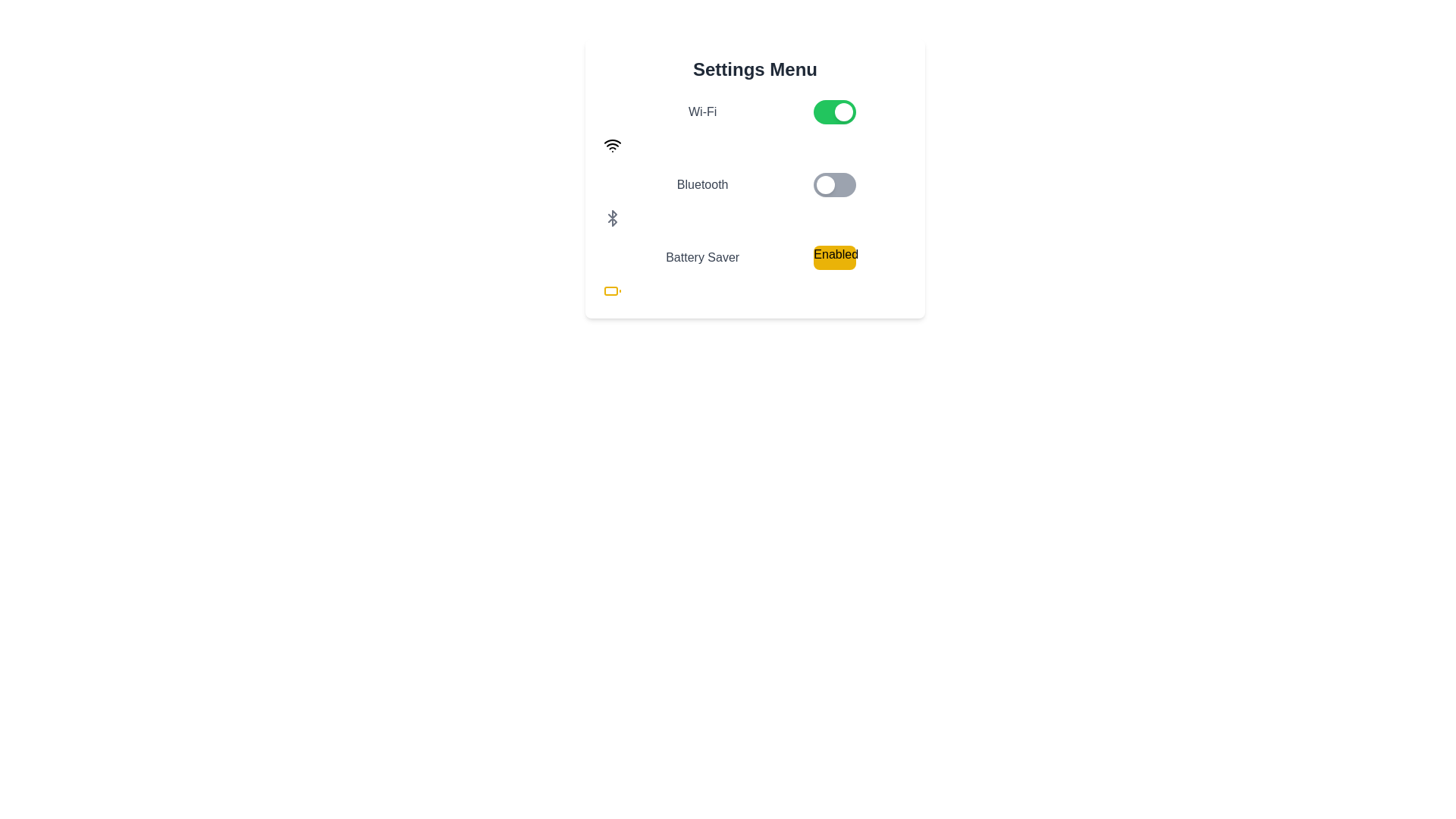 Image resolution: width=1456 pixels, height=819 pixels. What do you see at coordinates (701, 111) in the screenshot?
I see `the text label displaying 'Wi-Fi' which is positioned to the left of a green toggle switch in the settings menu` at bounding box center [701, 111].